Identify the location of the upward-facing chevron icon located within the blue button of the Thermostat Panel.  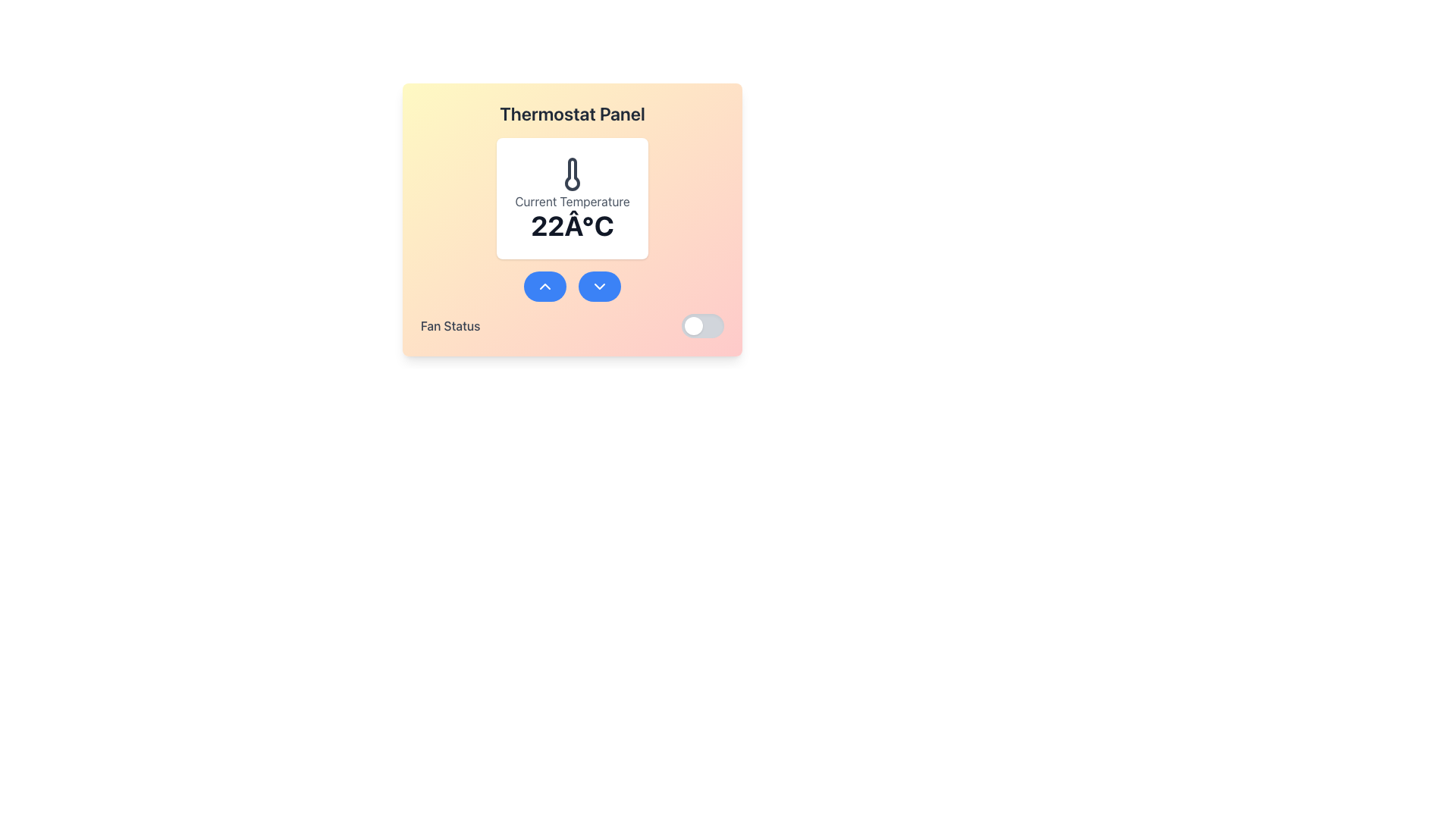
(545, 287).